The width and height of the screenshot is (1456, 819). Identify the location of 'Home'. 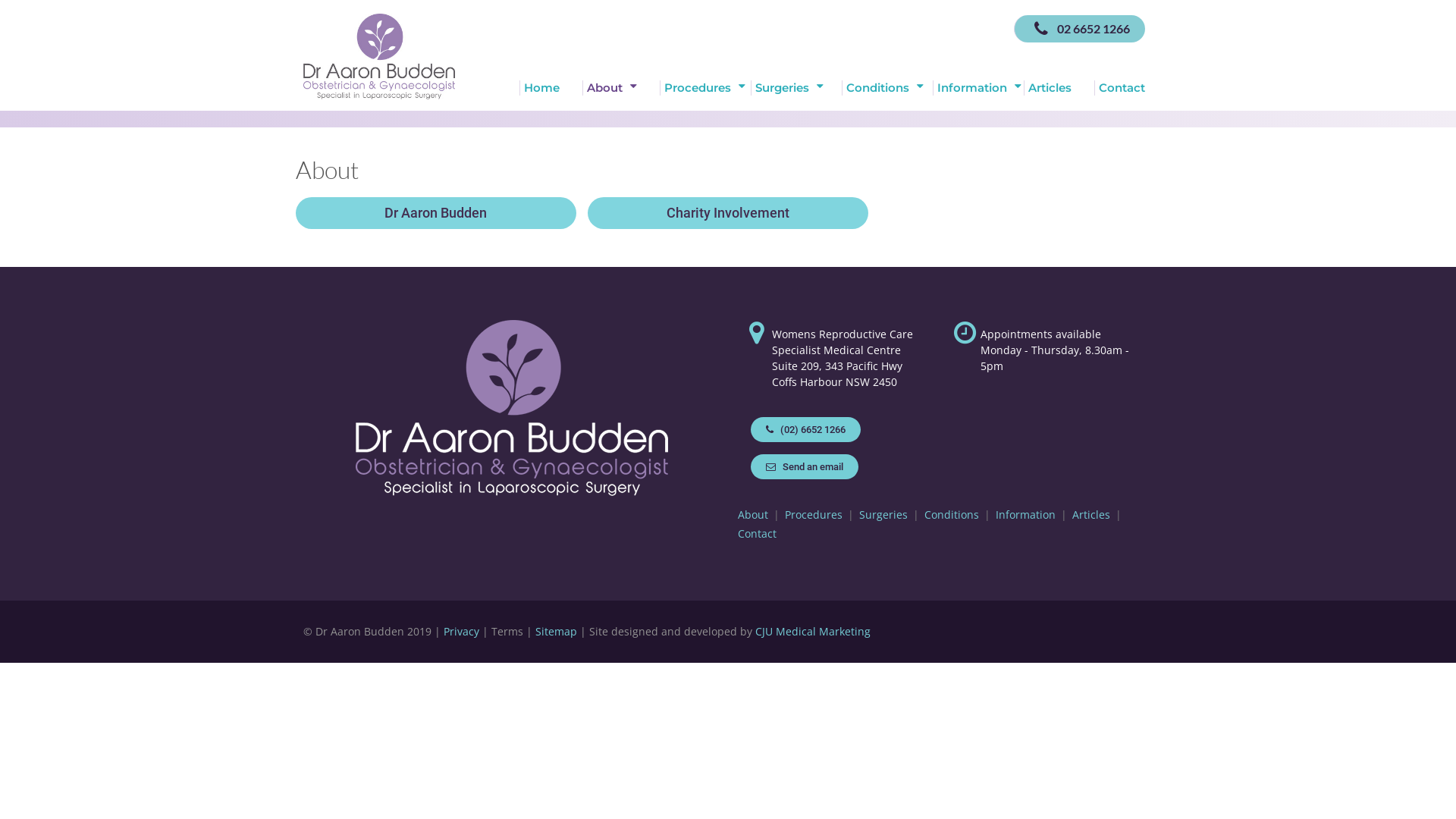
(550, 87).